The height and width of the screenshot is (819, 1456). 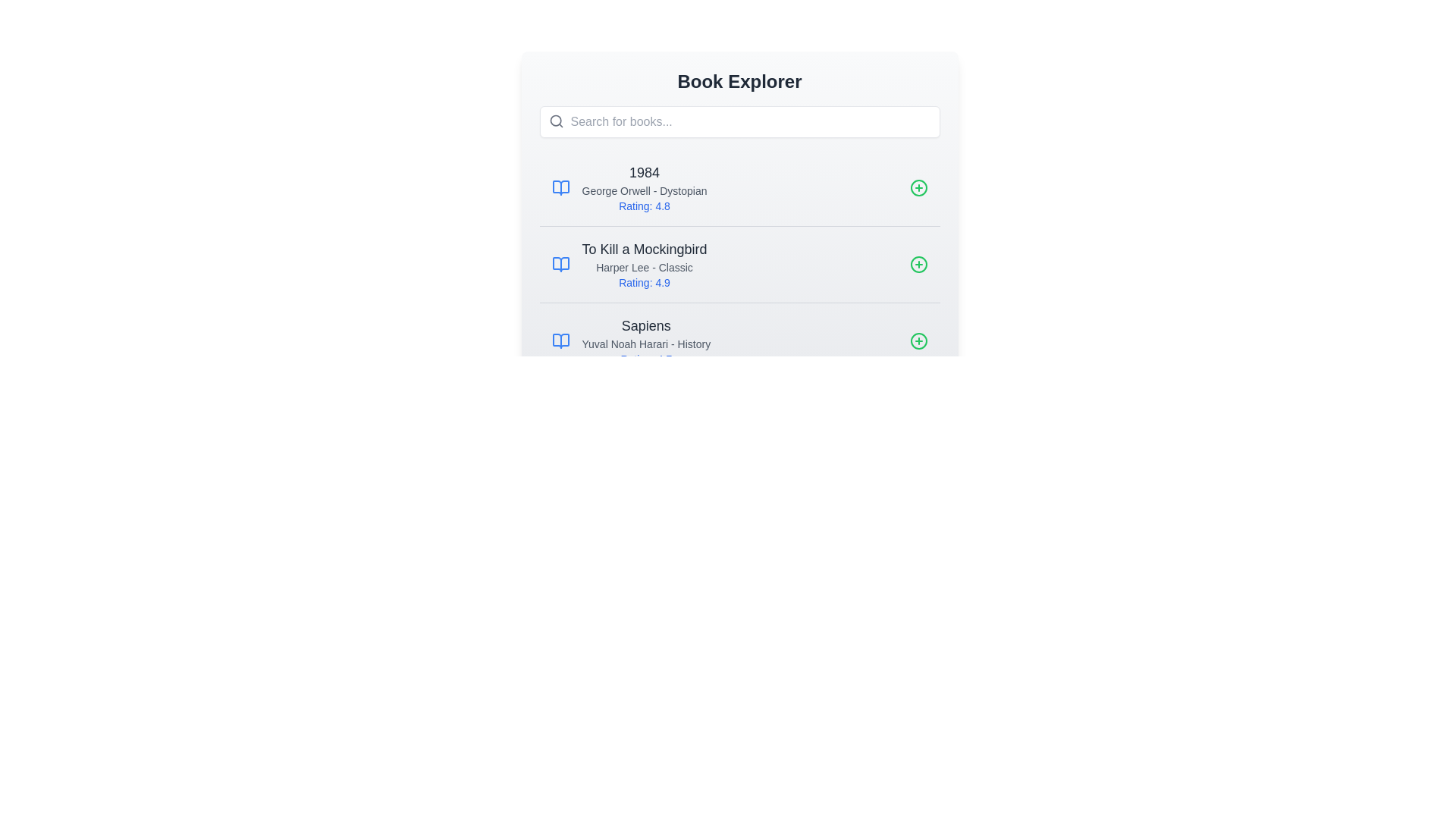 What do you see at coordinates (644, 248) in the screenshot?
I see `text label displaying 'To Kill a Mockingbird' which is styled in a larger font size and bold weight, located in the middle of a book explorer UI's vertical list of book entries` at bounding box center [644, 248].